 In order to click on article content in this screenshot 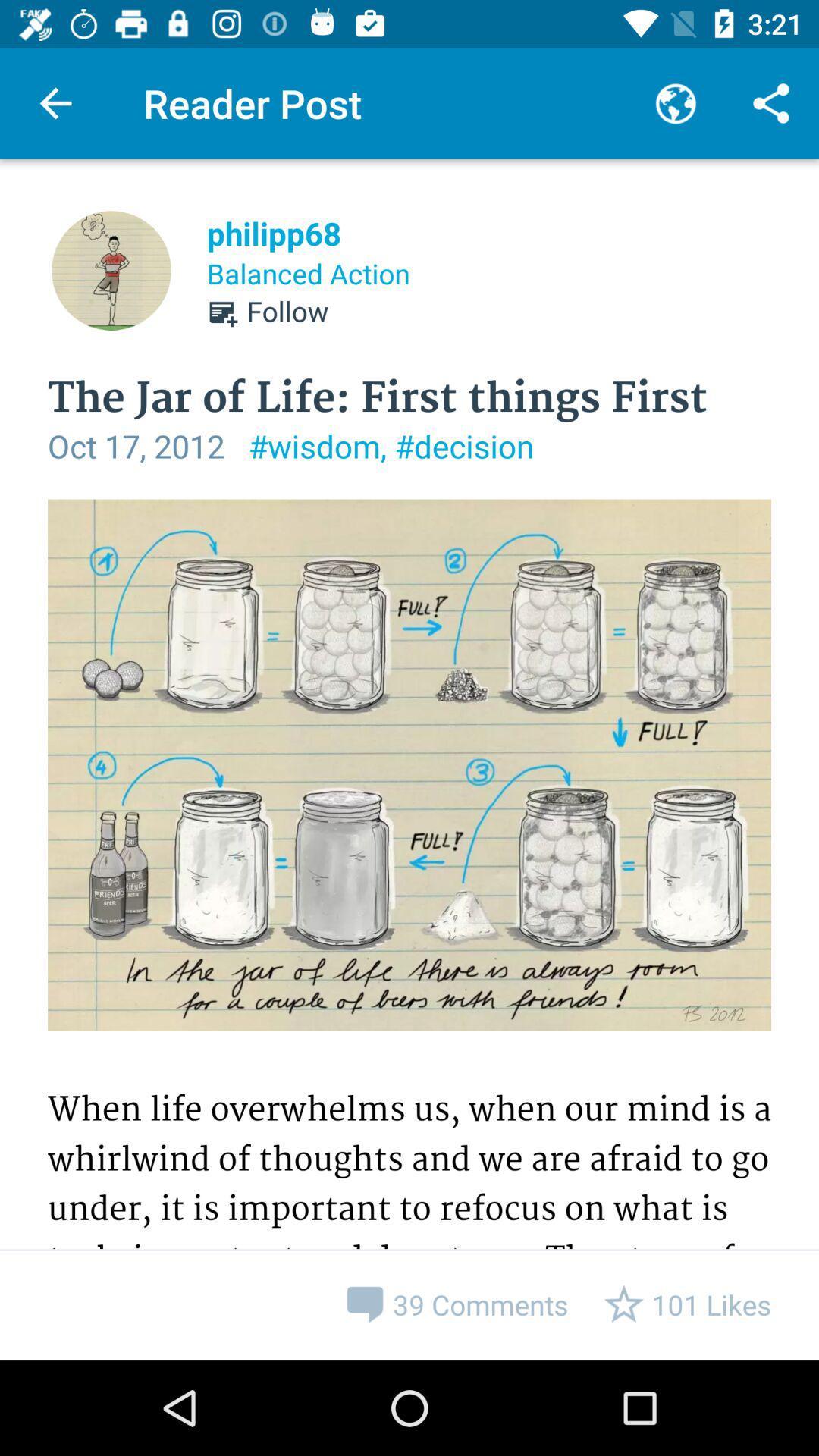, I will do `click(409, 929)`.